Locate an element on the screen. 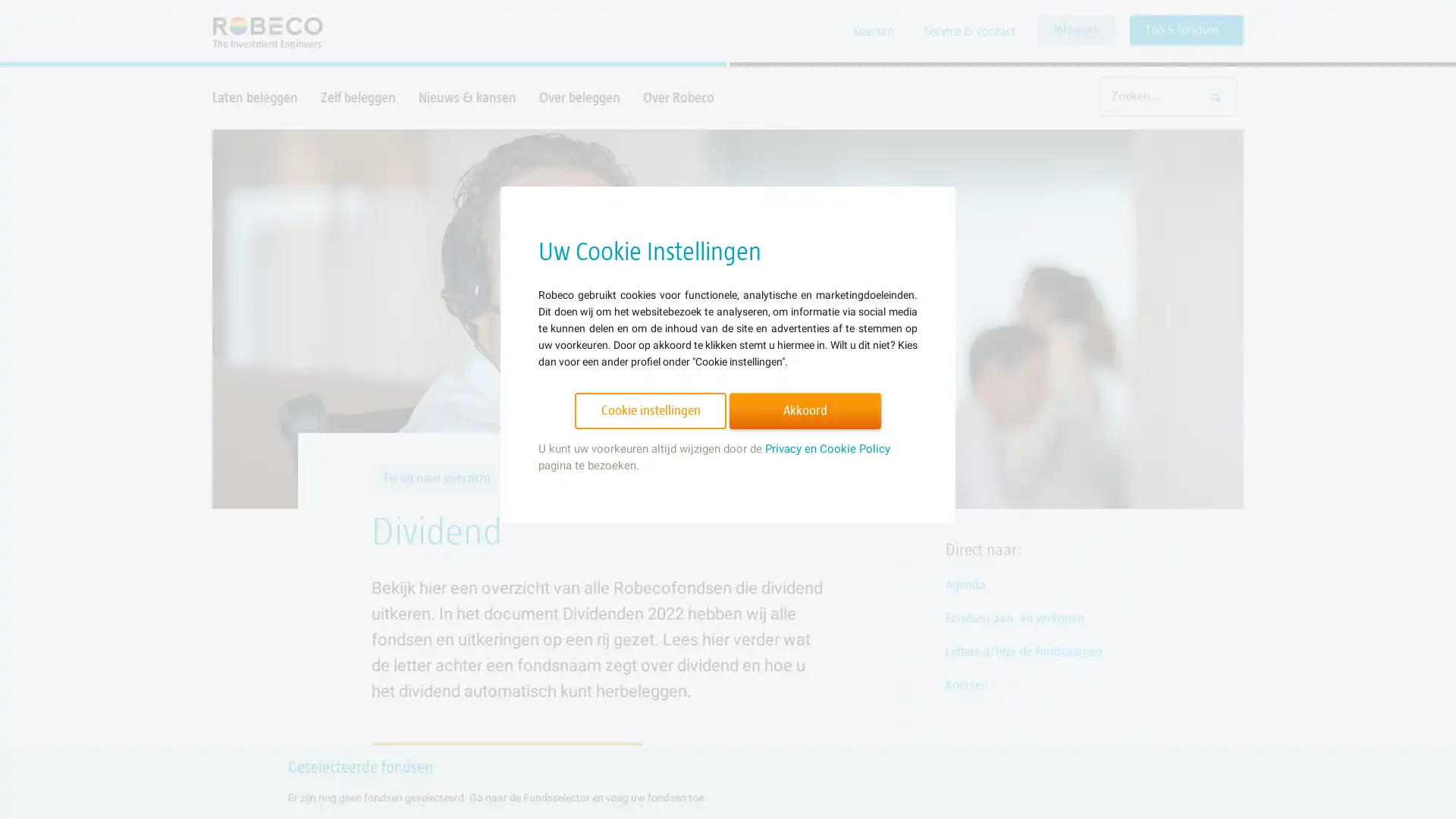 Image resolution: width=1456 pixels, height=819 pixels. Koersen is located at coordinates (874, 32).